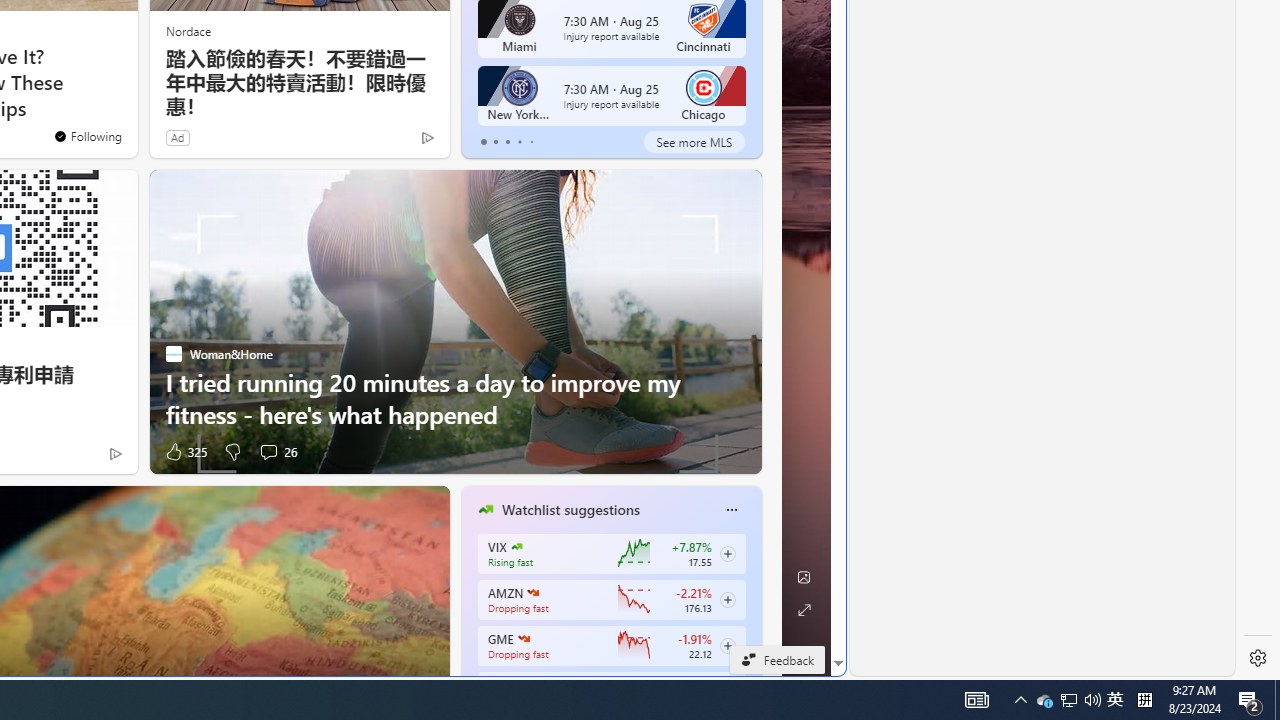  What do you see at coordinates (523, 639) in the screenshot?
I see `'GAMESTOP CORP.'` at bounding box center [523, 639].